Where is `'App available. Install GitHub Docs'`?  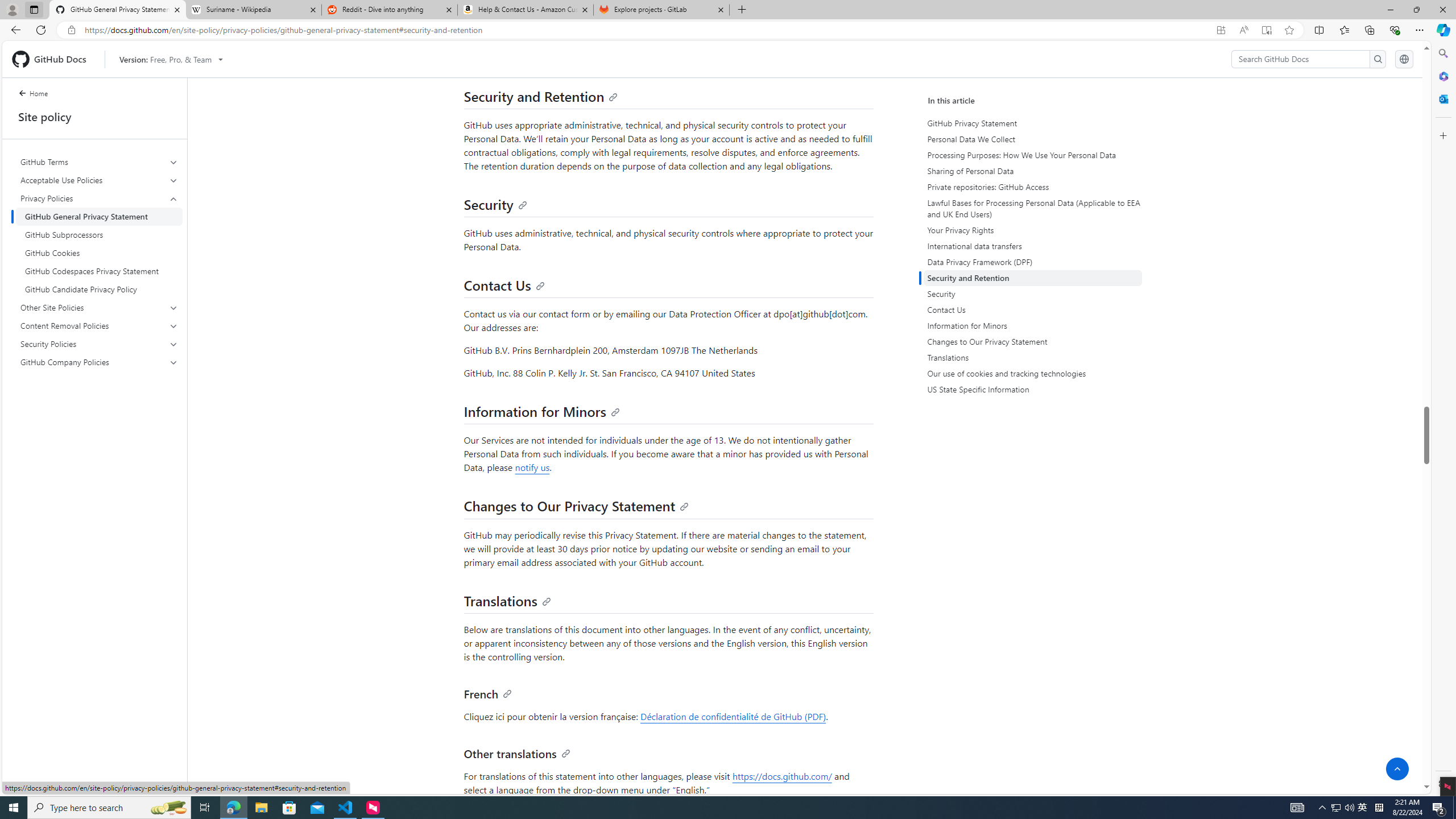
'App available. Install GitHub Docs' is located at coordinates (1220, 30).